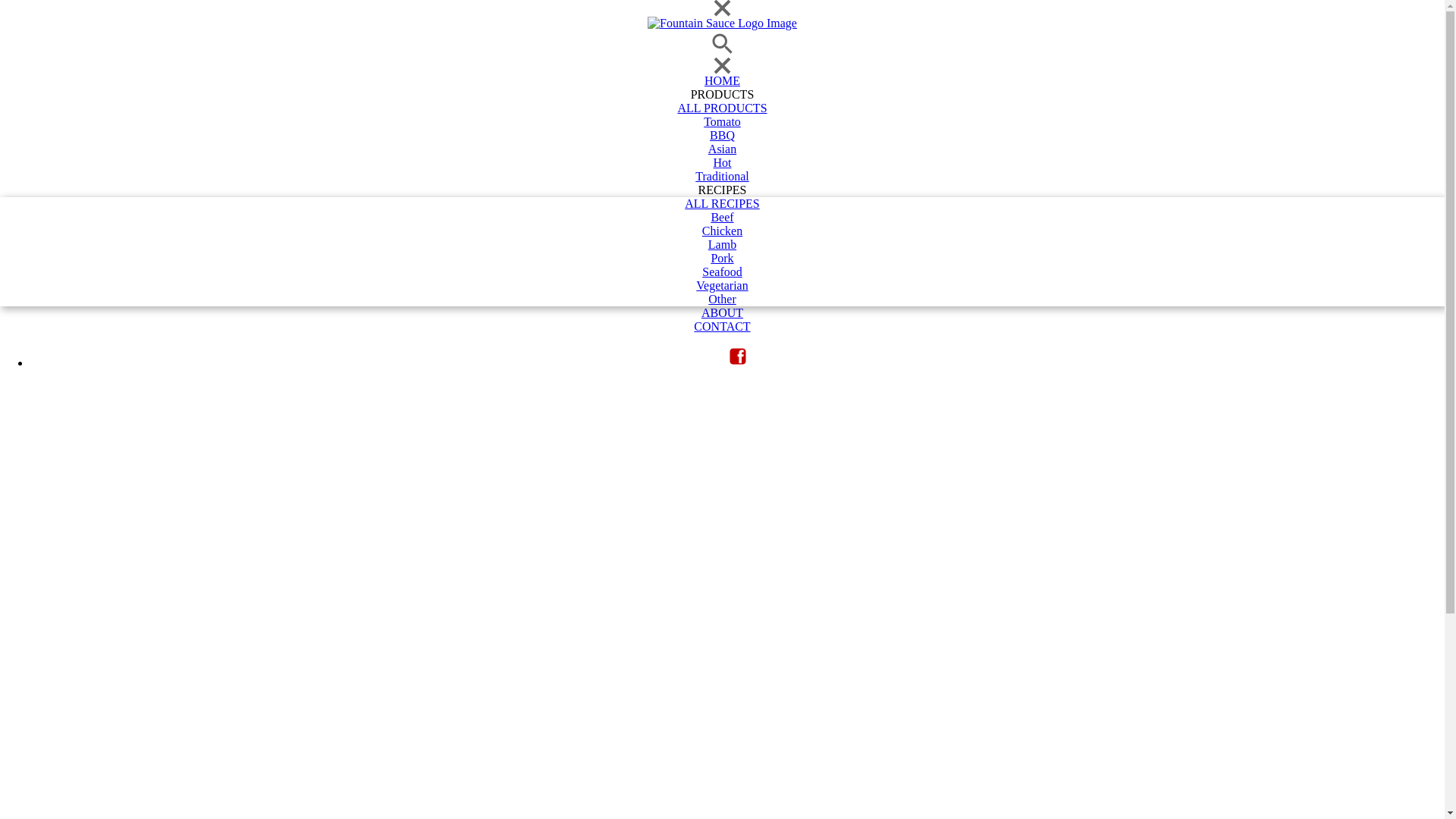 Image resolution: width=1456 pixels, height=819 pixels. Describe the element at coordinates (721, 23) in the screenshot. I see `'Fountain Sauces'` at that location.